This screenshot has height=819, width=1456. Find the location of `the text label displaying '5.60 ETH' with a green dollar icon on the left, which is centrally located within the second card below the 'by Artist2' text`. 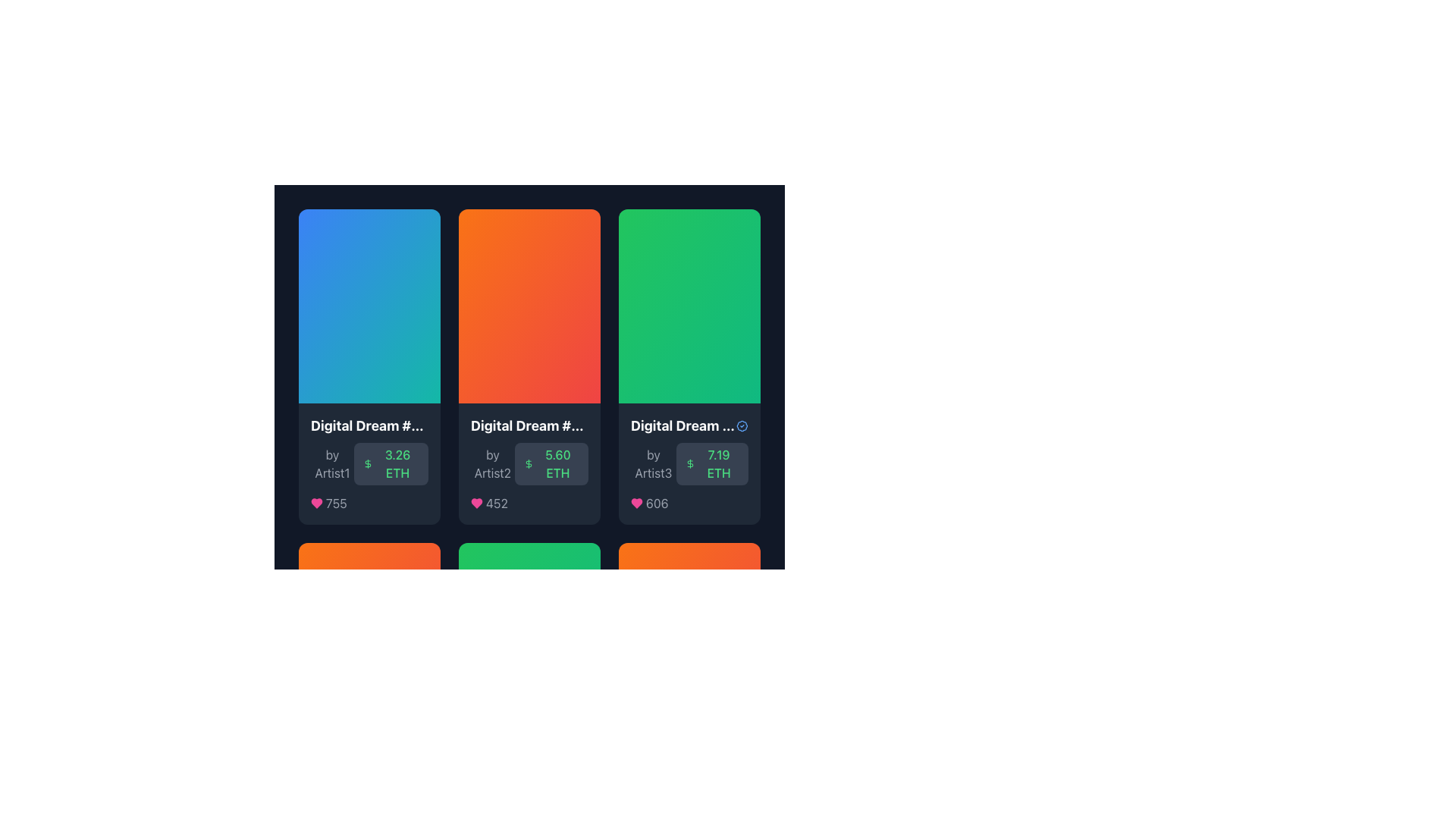

the text label displaying '5.60 ETH' with a green dollar icon on the left, which is centrally located within the second card below the 'by Artist2' text is located at coordinates (551, 463).